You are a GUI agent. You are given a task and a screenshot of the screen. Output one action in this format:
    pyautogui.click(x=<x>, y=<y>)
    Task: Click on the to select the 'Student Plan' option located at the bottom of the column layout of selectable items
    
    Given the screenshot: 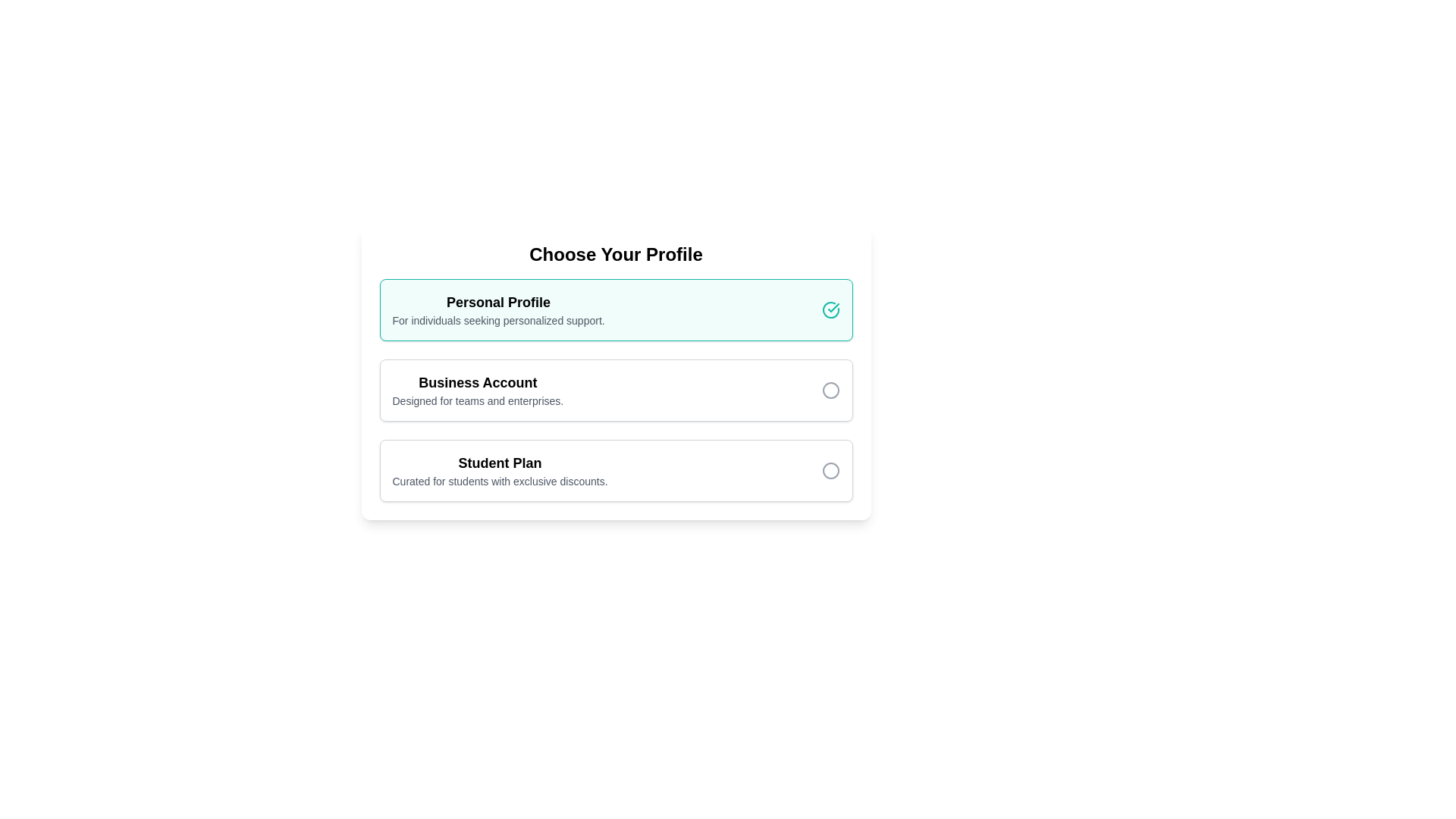 What is the action you would take?
    pyautogui.click(x=616, y=470)
    